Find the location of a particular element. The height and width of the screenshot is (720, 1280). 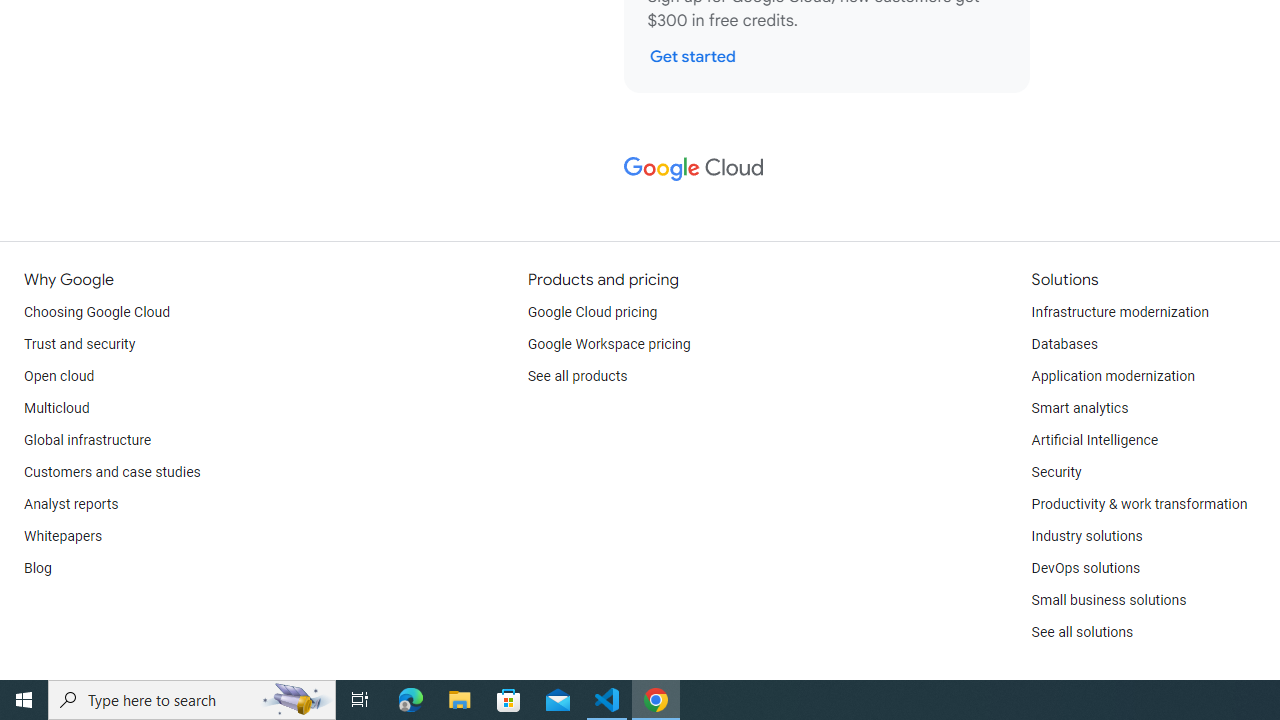

'Trust and security' is located at coordinates (80, 343).